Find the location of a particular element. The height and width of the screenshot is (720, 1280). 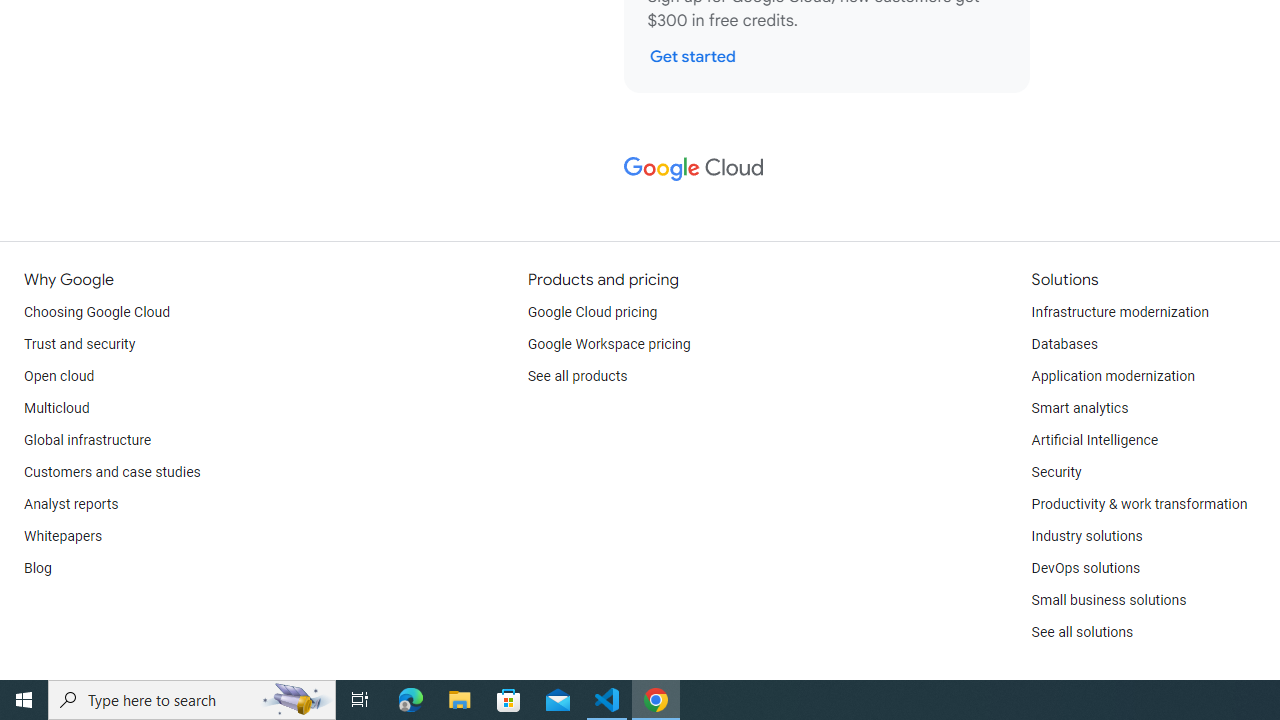

'Trust and security' is located at coordinates (80, 343).